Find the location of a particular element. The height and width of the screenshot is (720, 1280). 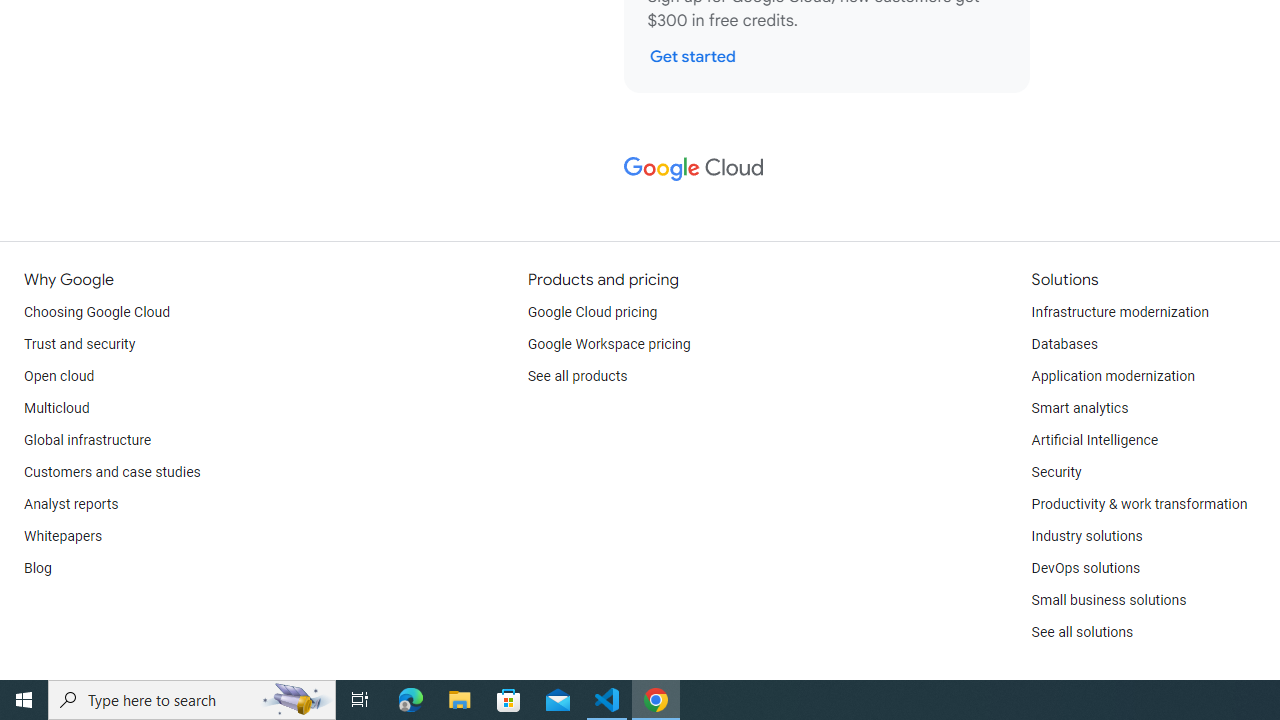

'Trust and security' is located at coordinates (80, 343).